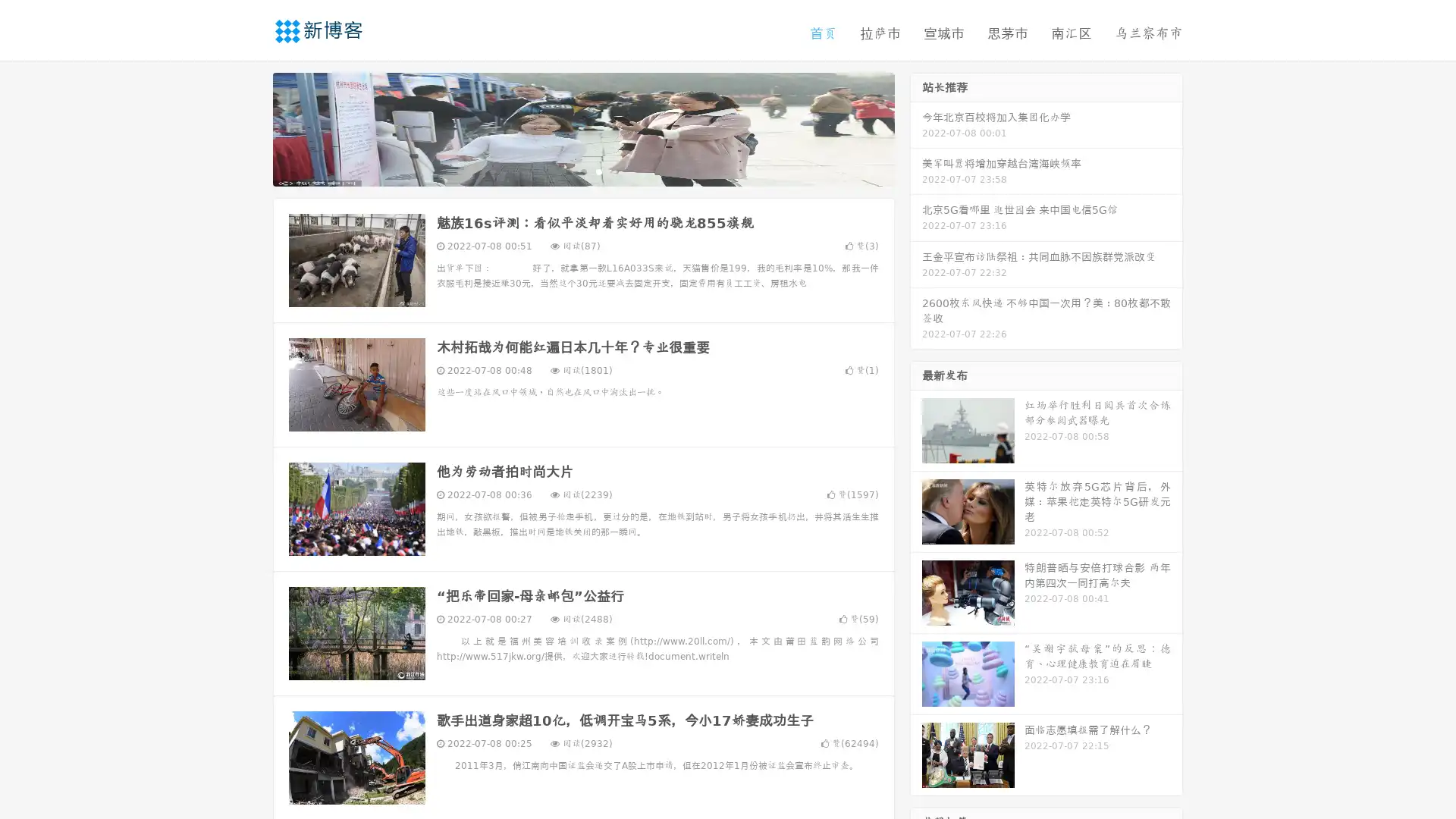 Image resolution: width=1456 pixels, height=819 pixels. Describe the element at coordinates (598, 171) in the screenshot. I see `Go to slide 3` at that location.